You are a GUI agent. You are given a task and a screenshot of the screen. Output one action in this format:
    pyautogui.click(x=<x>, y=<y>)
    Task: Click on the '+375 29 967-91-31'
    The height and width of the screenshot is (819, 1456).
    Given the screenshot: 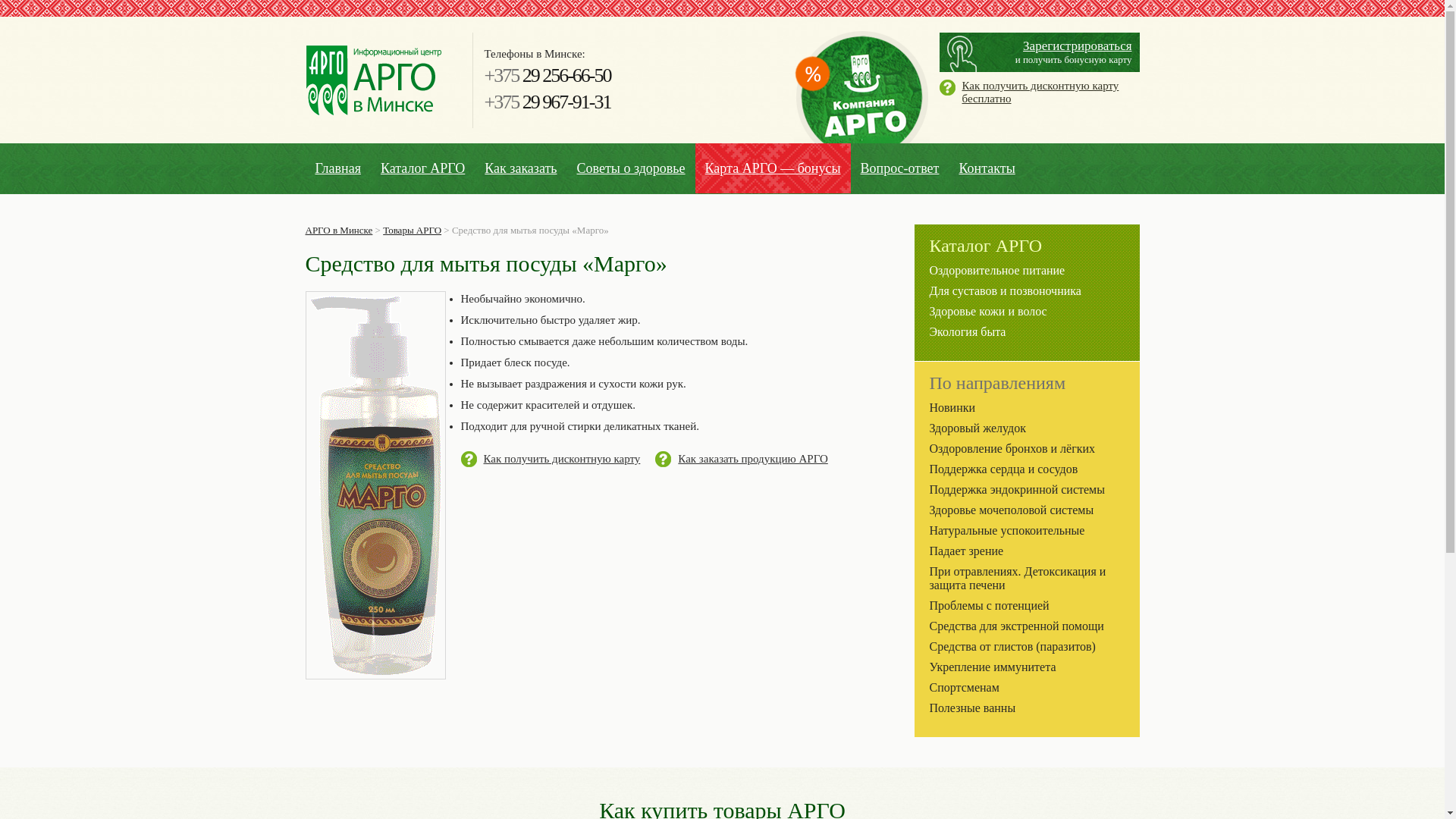 What is the action you would take?
    pyautogui.click(x=546, y=102)
    